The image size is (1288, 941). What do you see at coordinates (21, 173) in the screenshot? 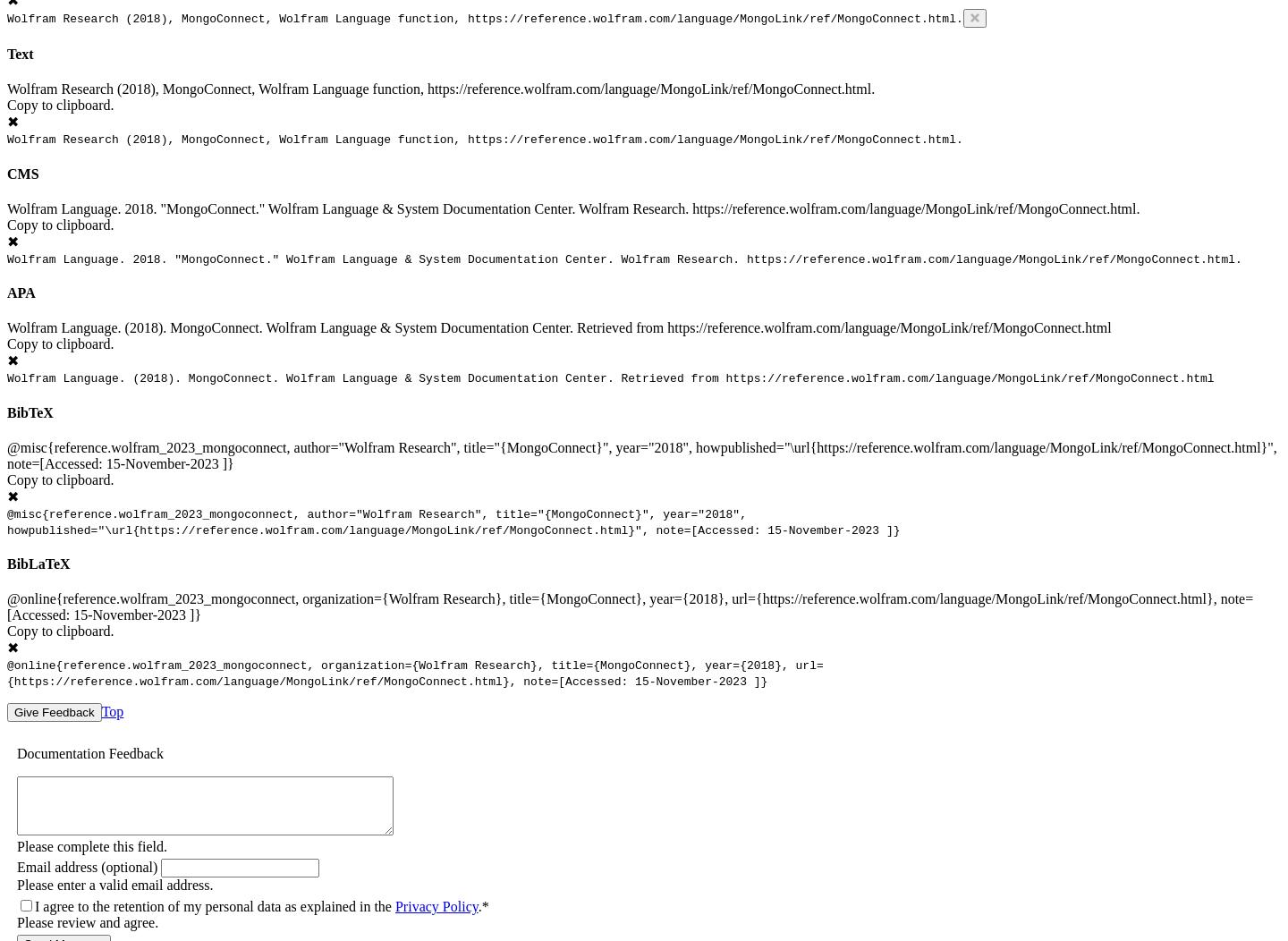
I see `'CMS'` at bounding box center [21, 173].